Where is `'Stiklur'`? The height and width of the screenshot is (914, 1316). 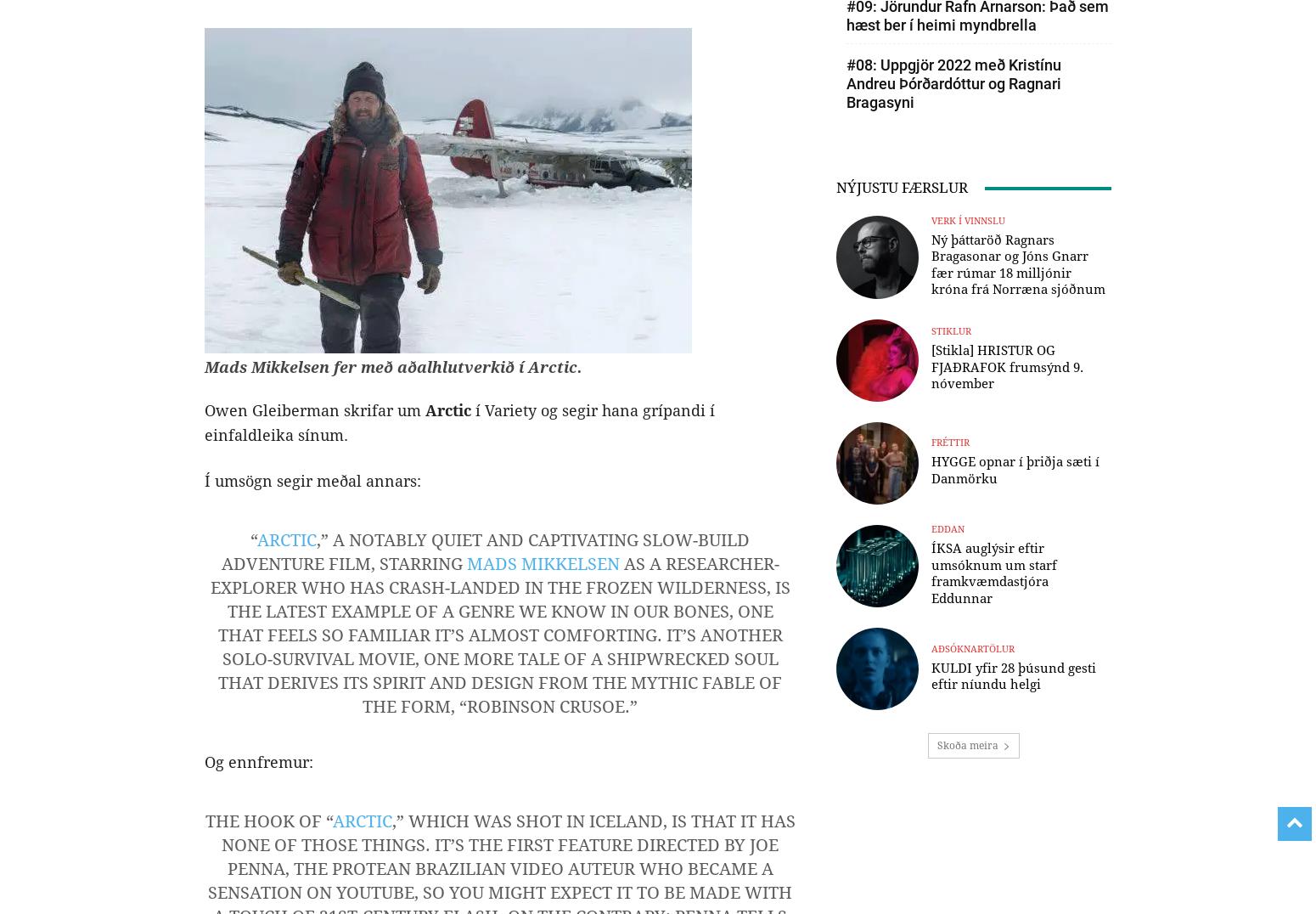
'Stiklur' is located at coordinates (950, 330).